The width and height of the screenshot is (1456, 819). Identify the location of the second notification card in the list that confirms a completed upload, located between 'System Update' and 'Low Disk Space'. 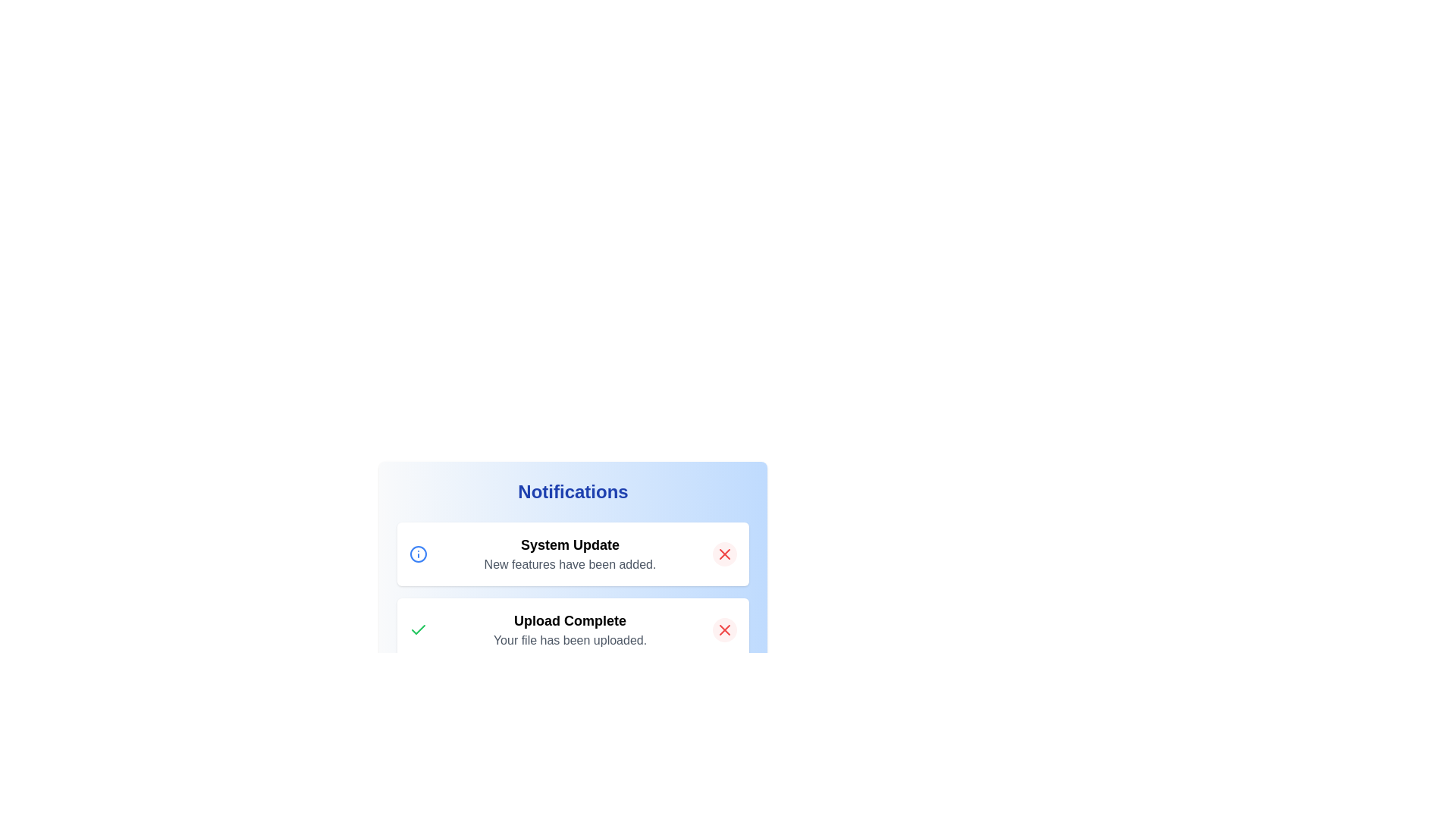
(572, 629).